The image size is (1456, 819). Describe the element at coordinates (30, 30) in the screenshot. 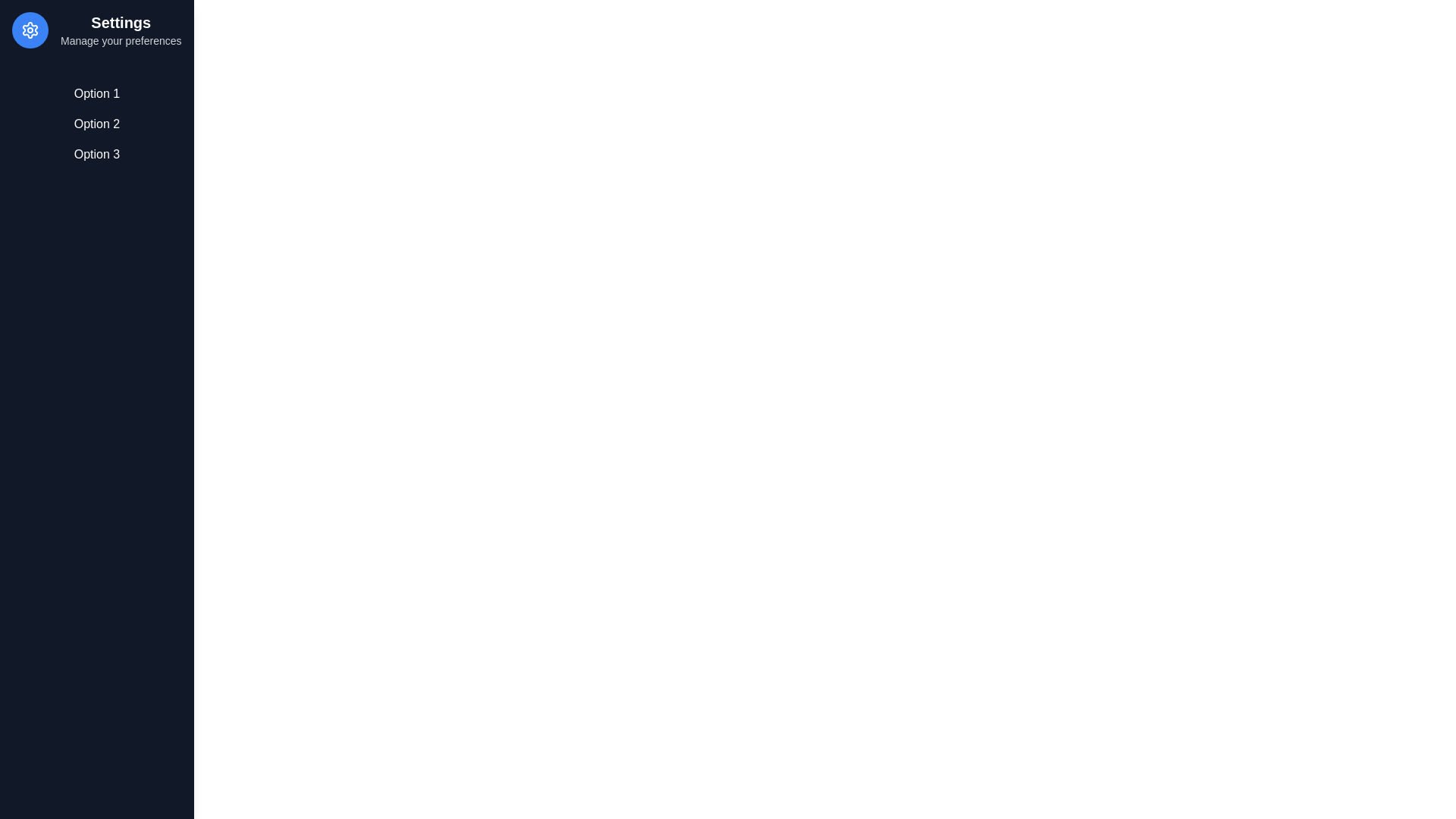

I see `the settings icon located in the top-left corner of the sidebar menu` at that location.